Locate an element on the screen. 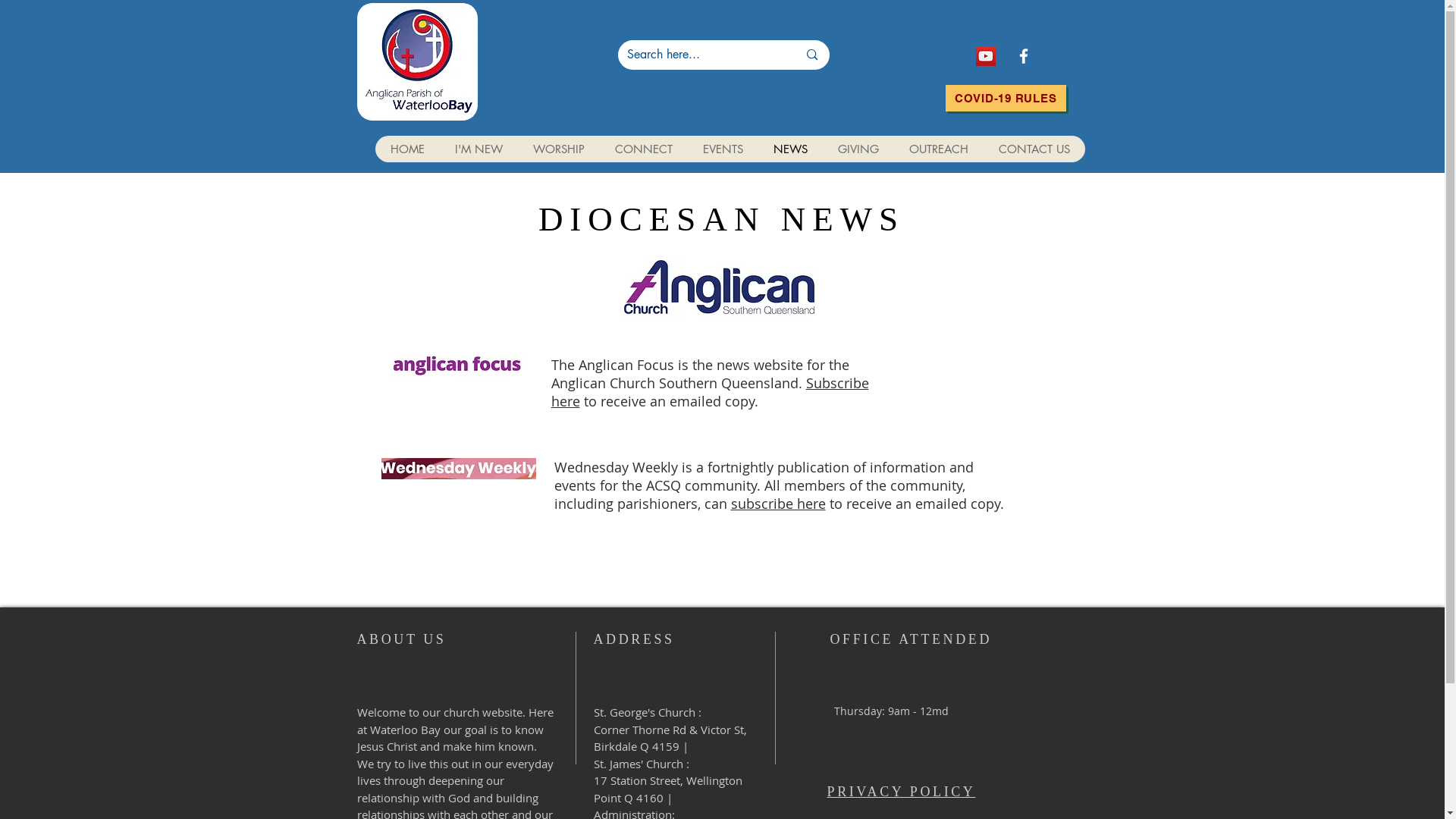 The image size is (1456, 819). 'WORSHIP' is located at coordinates (557, 149).